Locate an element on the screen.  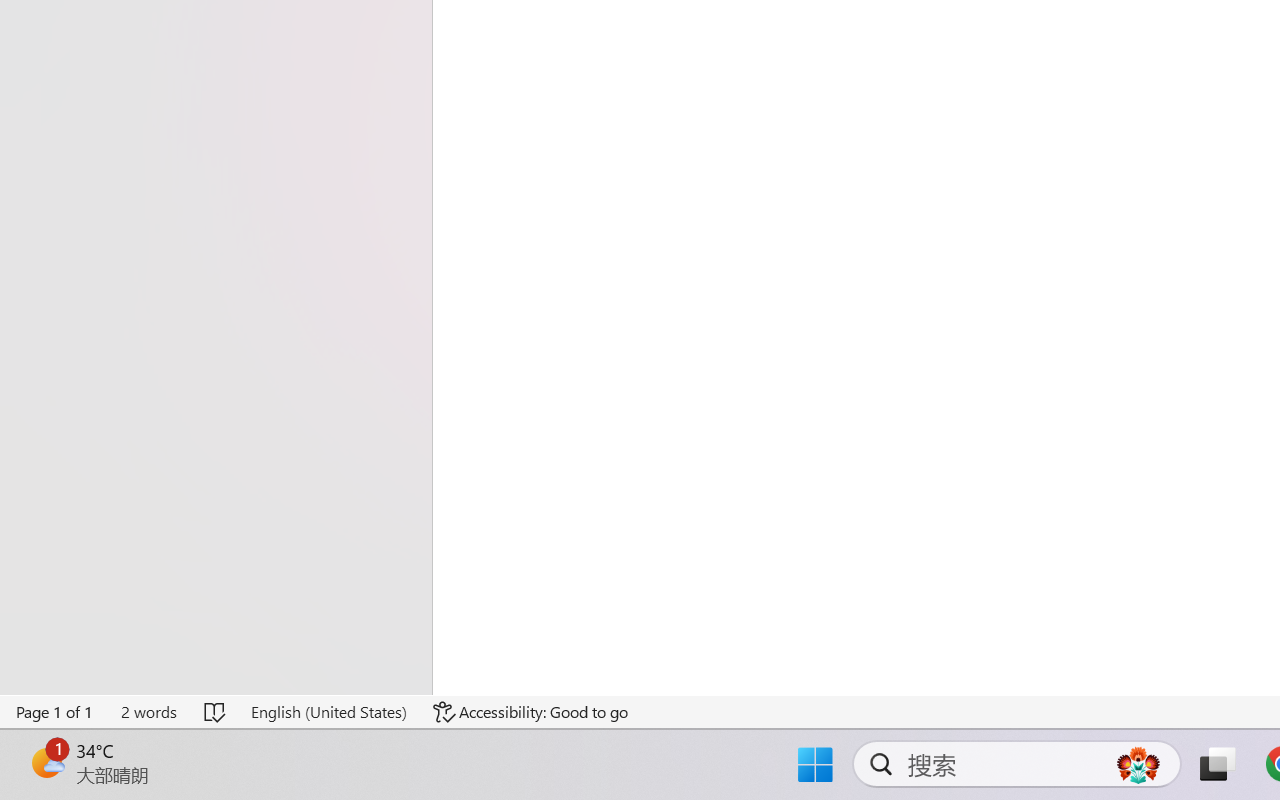
'Language English (United States)' is located at coordinates (328, 711).